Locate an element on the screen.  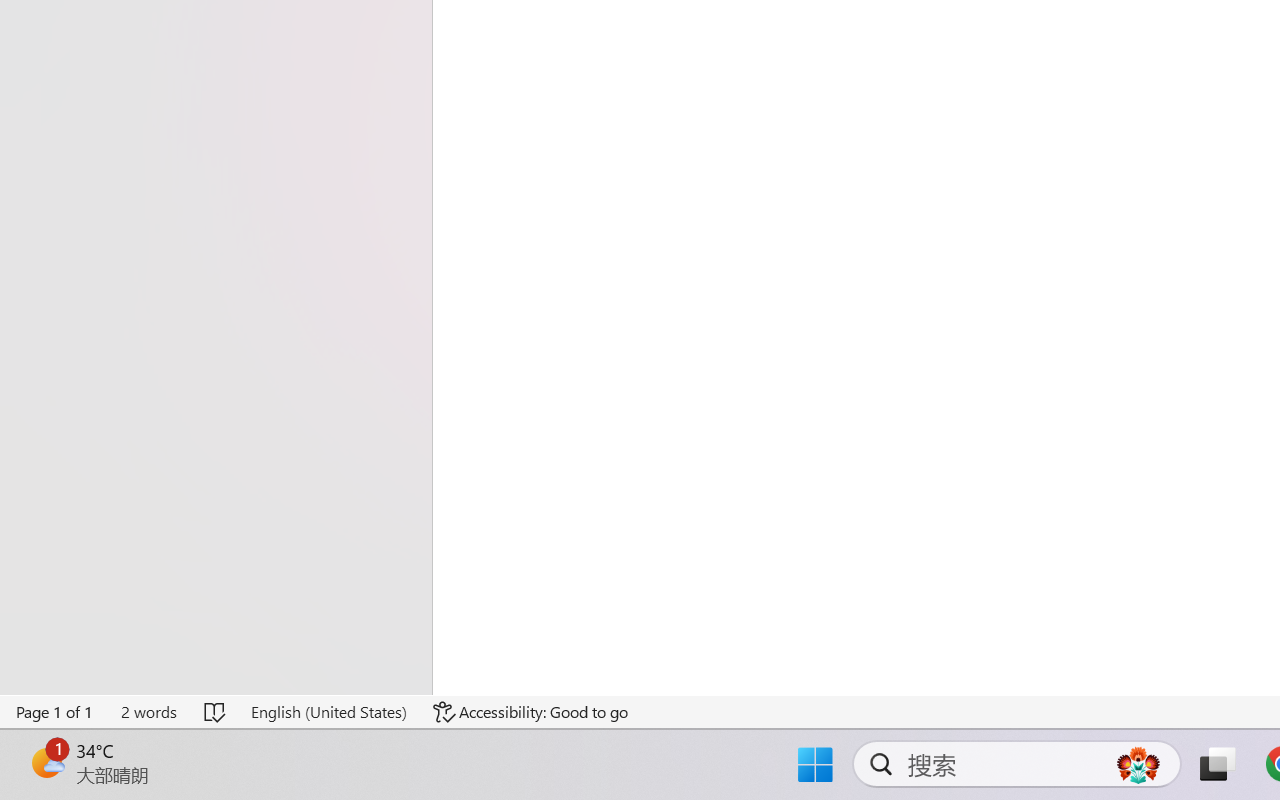
'Language English (United States)' is located at coordinates (328, 711).